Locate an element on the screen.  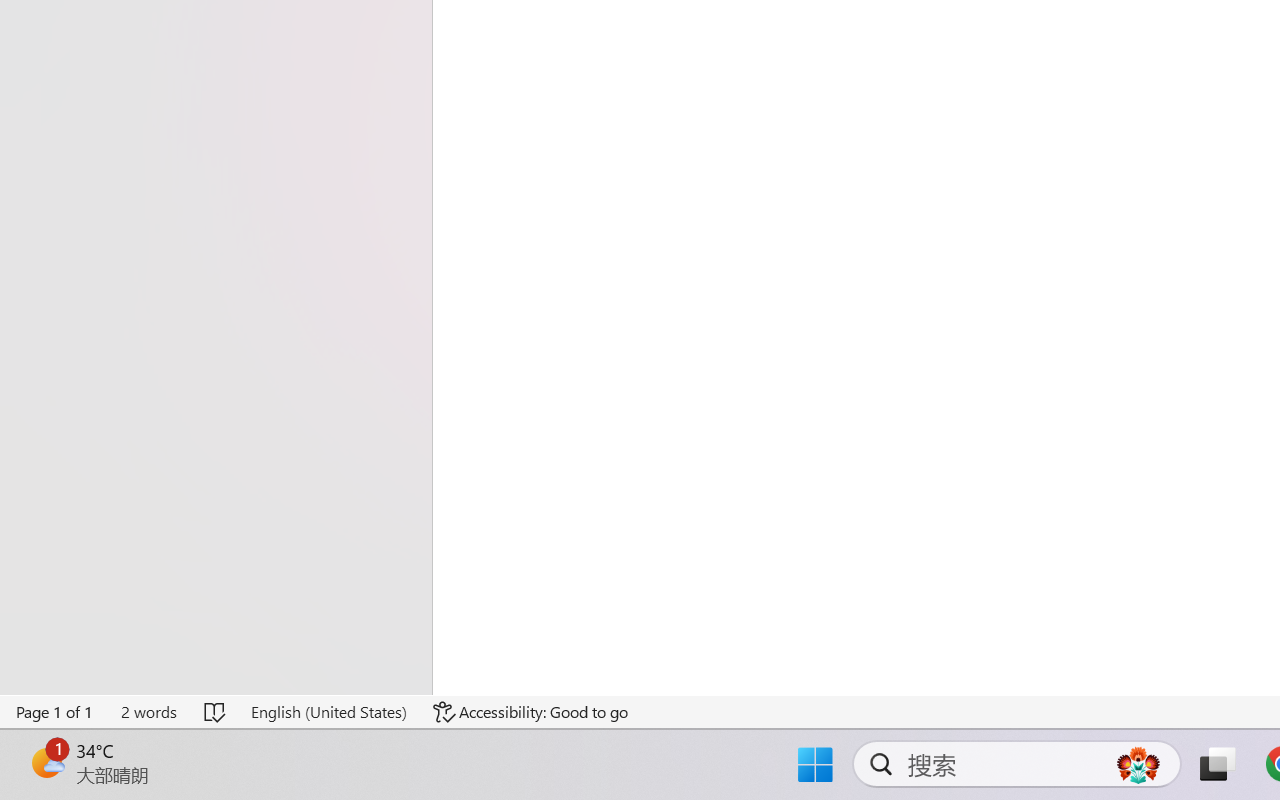
'Language English (United States)' is located at coordinates (328, 711).